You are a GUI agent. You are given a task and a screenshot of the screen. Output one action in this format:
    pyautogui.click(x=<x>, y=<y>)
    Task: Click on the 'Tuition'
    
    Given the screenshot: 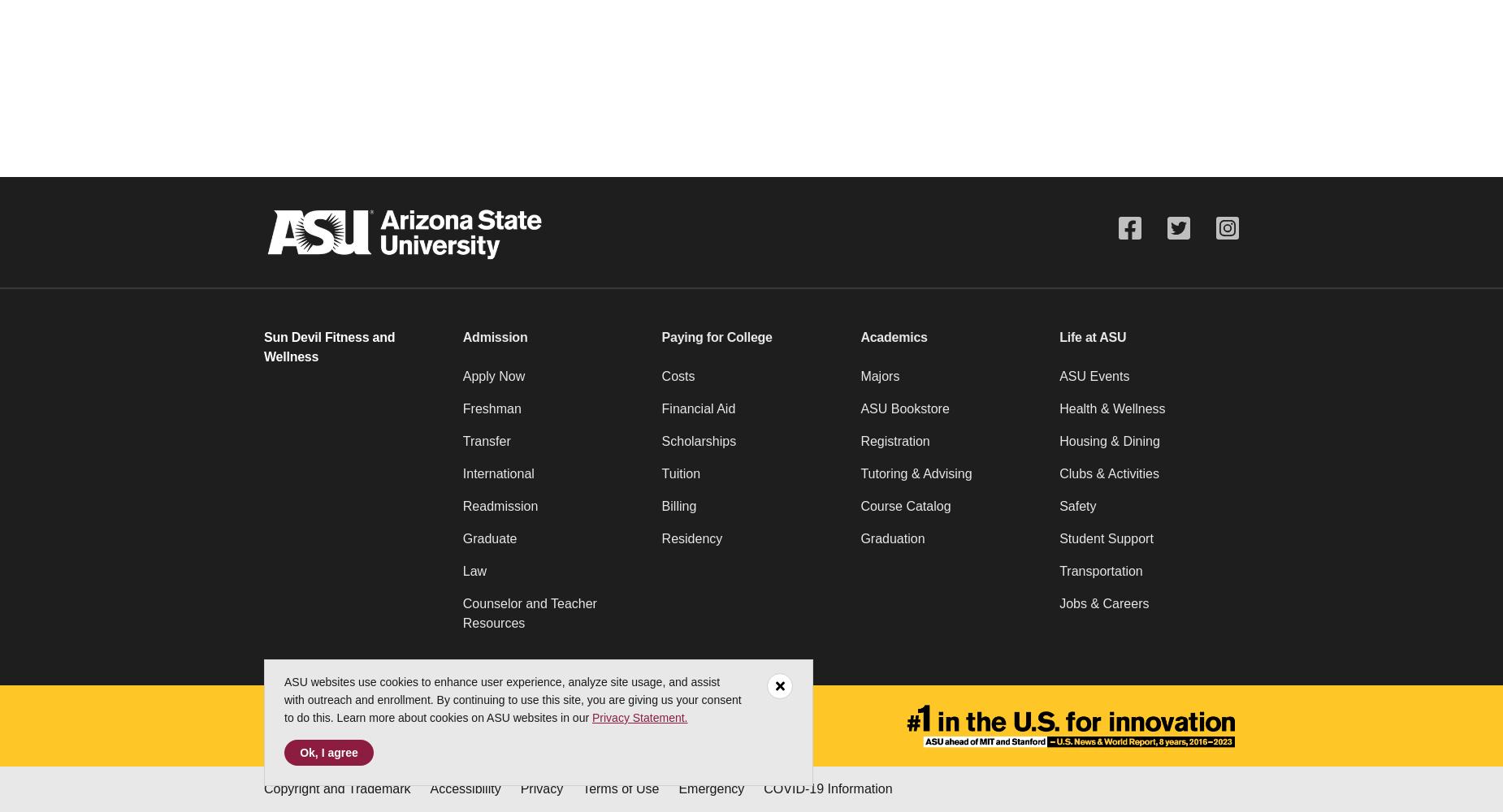 What is the action you would take?
    pyautogui.click(x=681, y=473)
    